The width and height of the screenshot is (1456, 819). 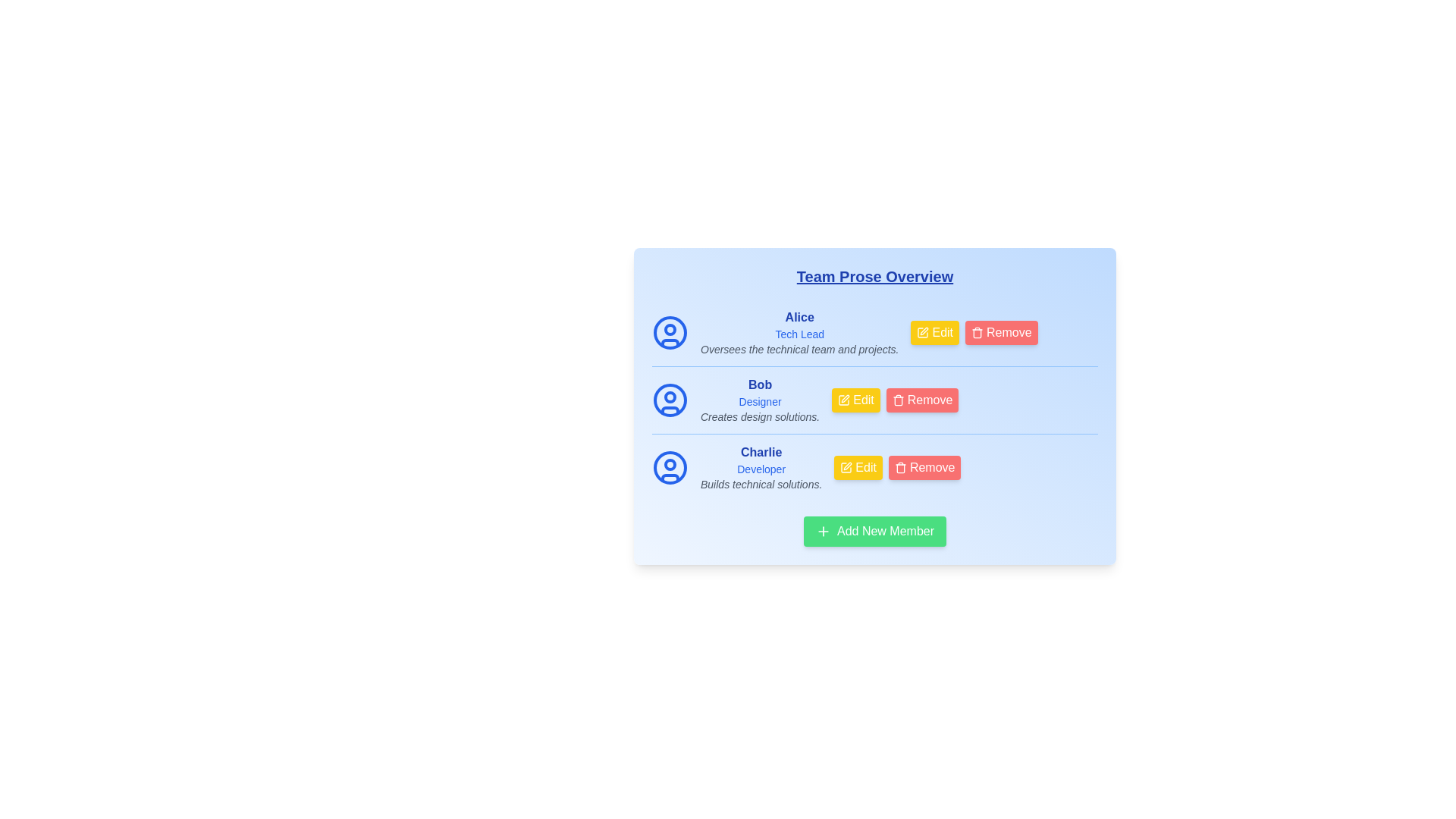 I want to click on the '+' icon with a green background, which is part of the 'Add New Member' button, so click(x=822, y=531).